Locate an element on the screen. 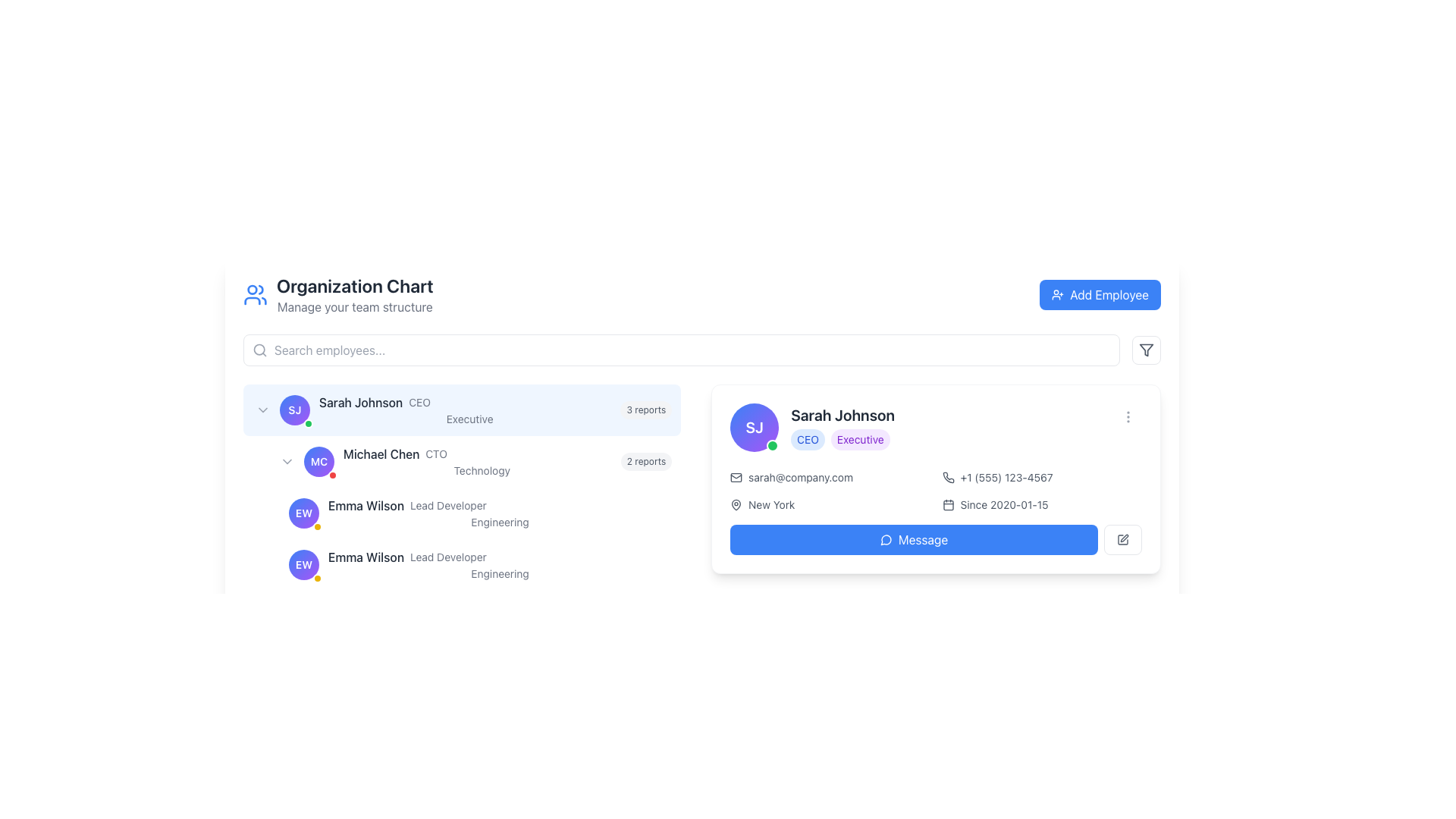  the 'Executive' label, which is styled with a small font size and gray color, located beneath 'Sarah Johnson' and 'CEO' labels within the organizational chart is located at coordinates (469, 419).